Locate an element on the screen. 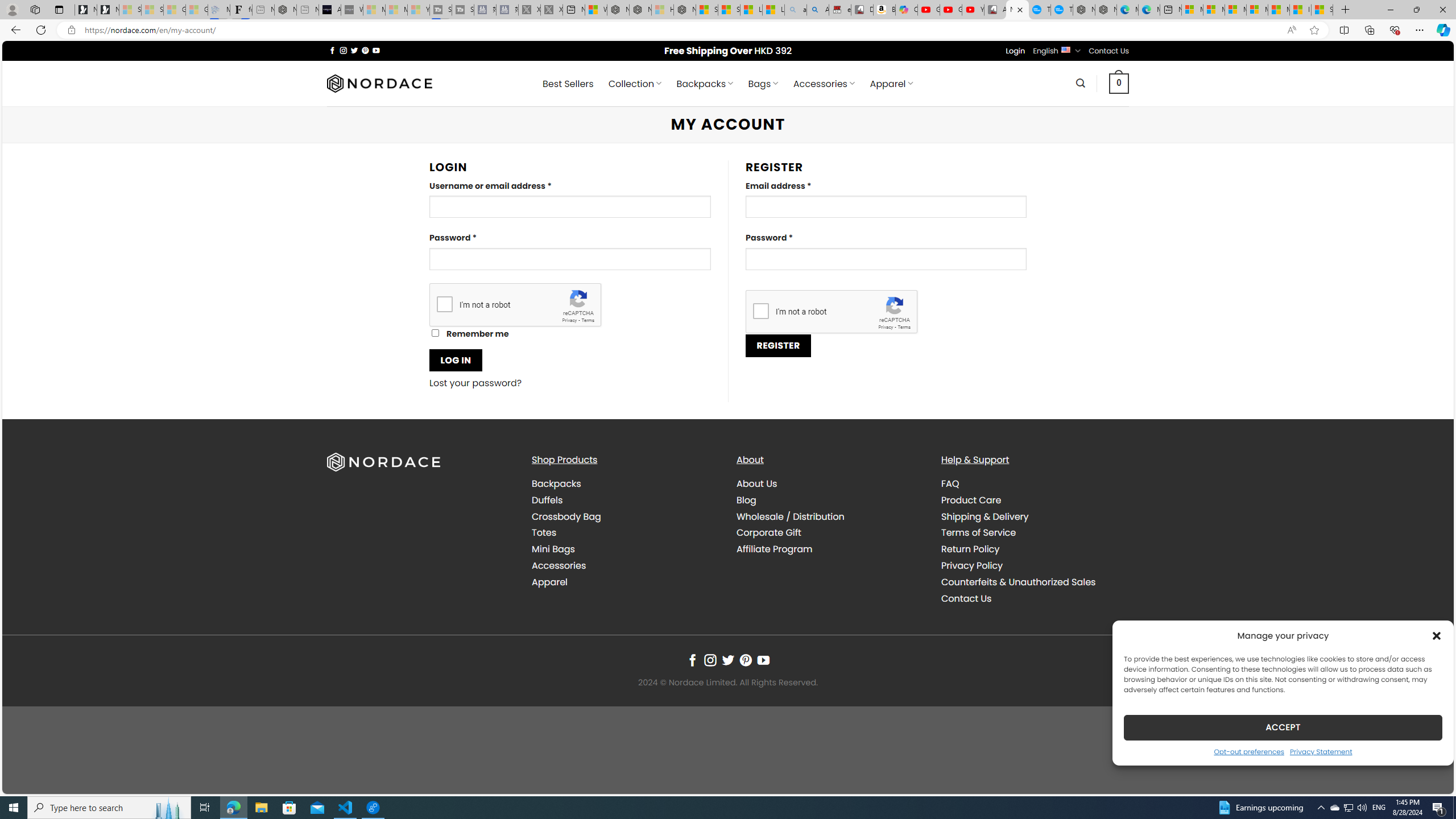  'Accessories' is located at coordinates (624, 565).